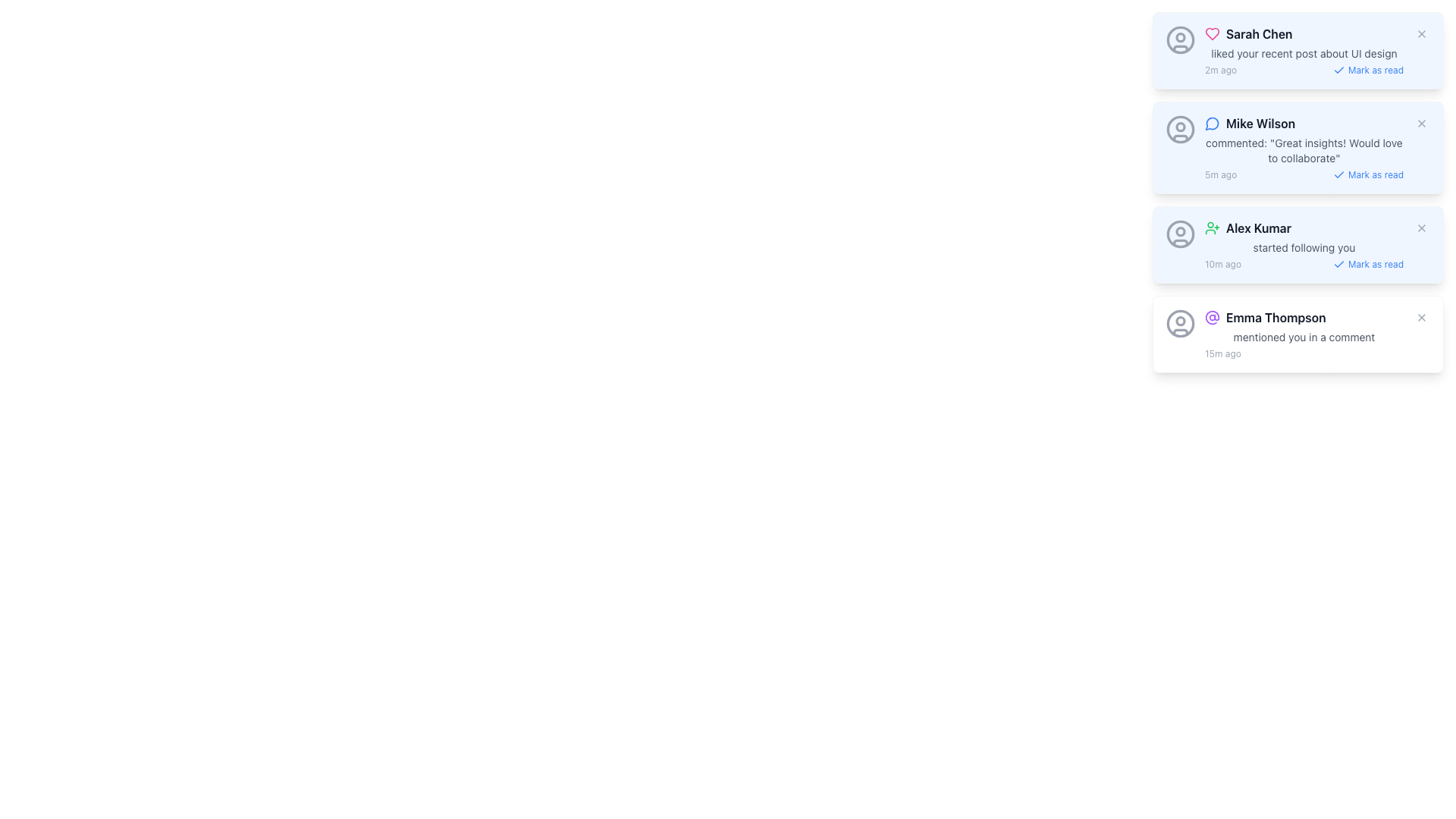  What do you see at coordinates (1303, 174) in the screenshot?
I see `the 'Mark as read' button located in the notification section for 'Mike Wilson' to acknowledge the comment made by him` at bounding box center [1303, 174].